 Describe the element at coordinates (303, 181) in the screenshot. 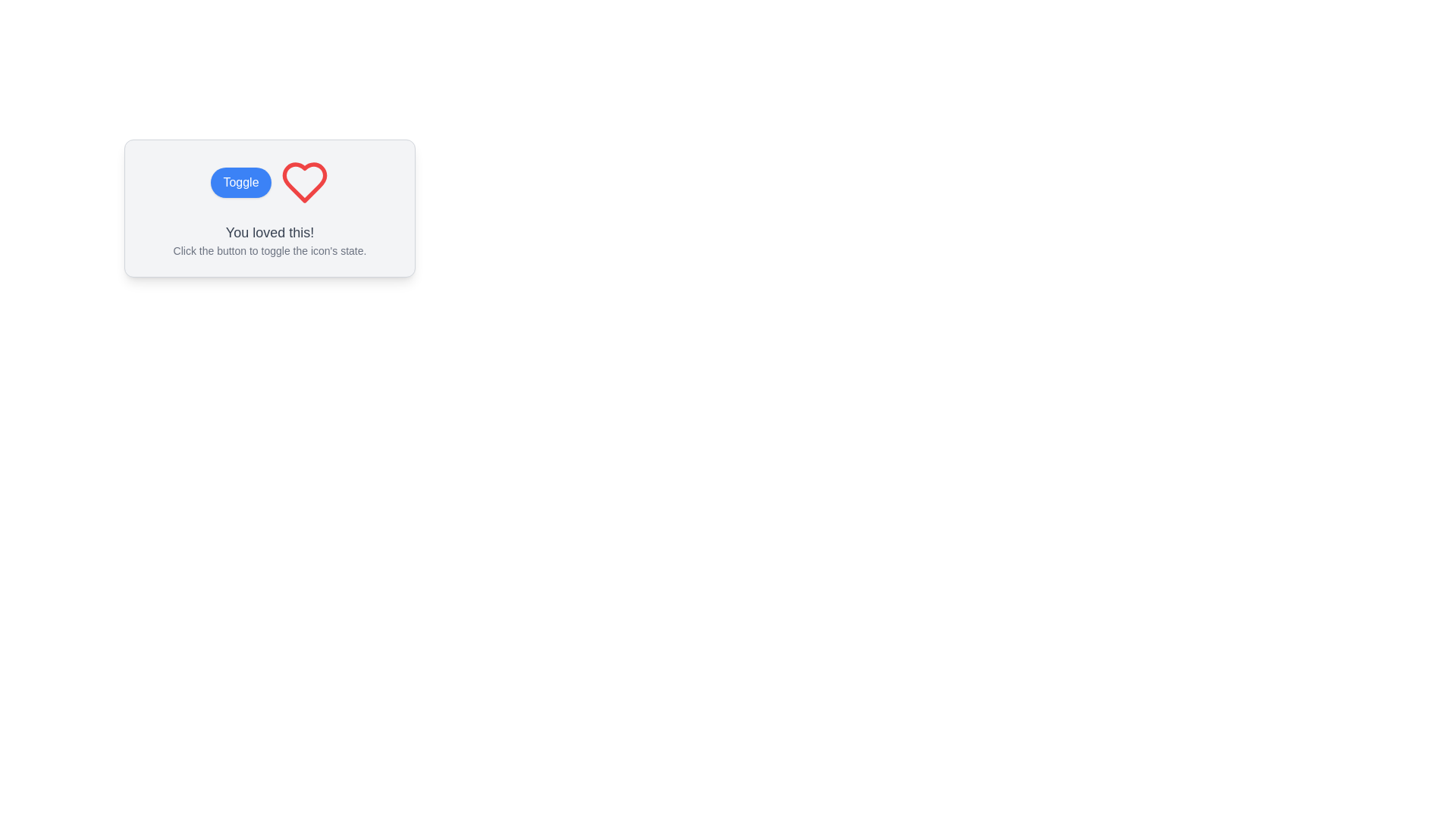

I see `the heart-shaped icon which represents a 'like' or 'favorite' action, situated to the right of the 'Toggle' button, and is the second element in a horizontal group` at that location.